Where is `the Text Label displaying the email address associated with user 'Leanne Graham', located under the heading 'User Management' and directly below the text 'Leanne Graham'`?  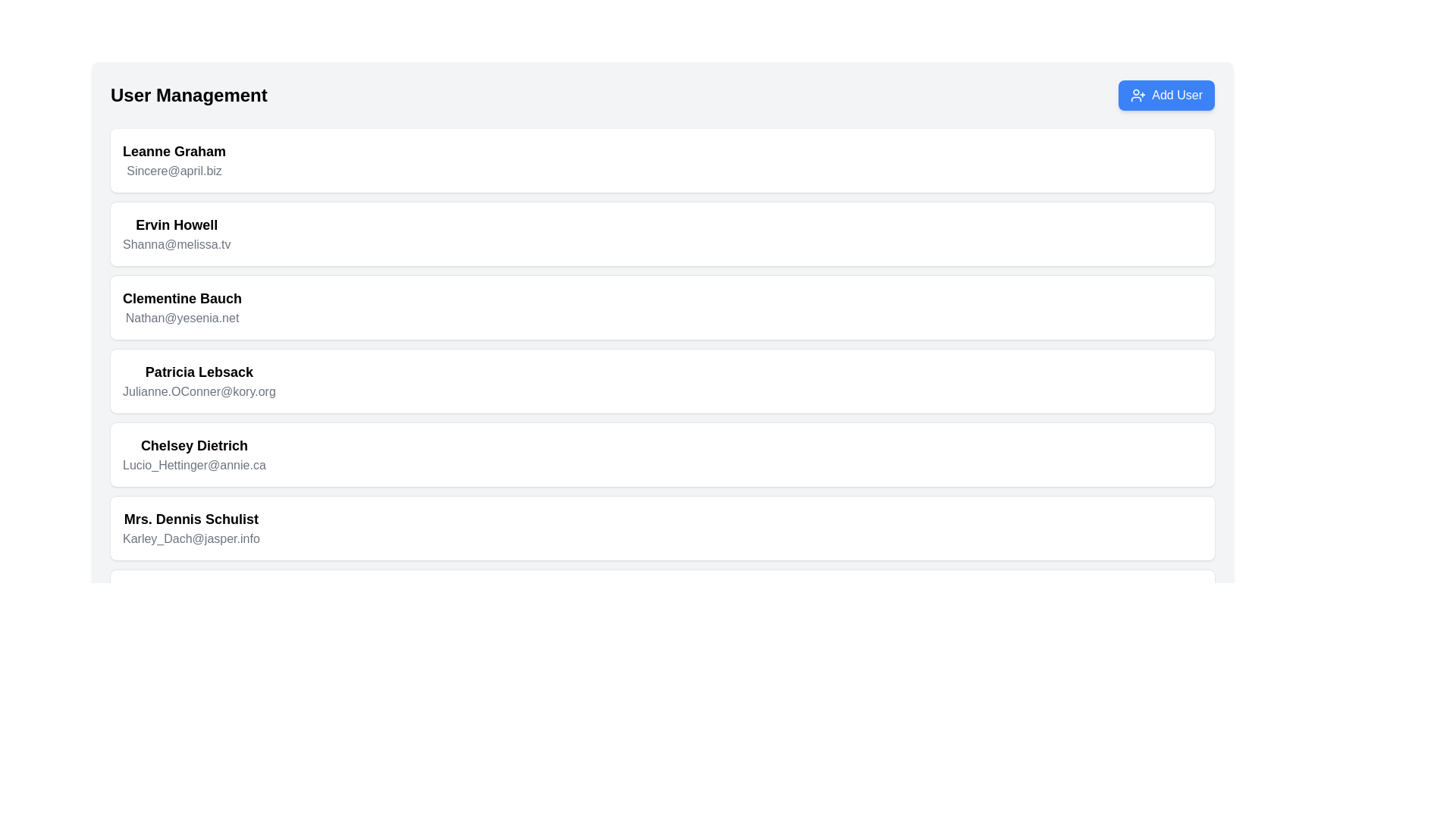 the Text Label displaying the email address associated with user 'Leanne Graham', located under the heading 'User Management' and directly below the text 'Leanne Graham' is located at coordinates (174, 171).